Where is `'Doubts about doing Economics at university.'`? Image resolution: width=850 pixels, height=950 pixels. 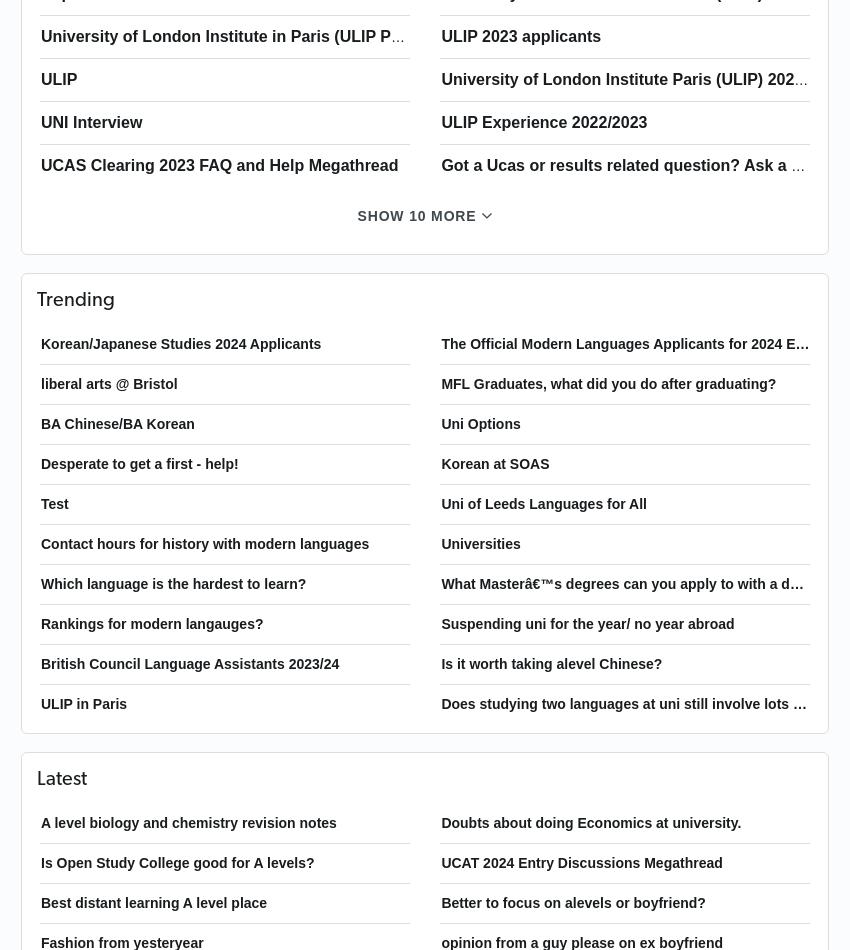
'Doubts about doing Economics at university.' is located at coordinates (439, 821).